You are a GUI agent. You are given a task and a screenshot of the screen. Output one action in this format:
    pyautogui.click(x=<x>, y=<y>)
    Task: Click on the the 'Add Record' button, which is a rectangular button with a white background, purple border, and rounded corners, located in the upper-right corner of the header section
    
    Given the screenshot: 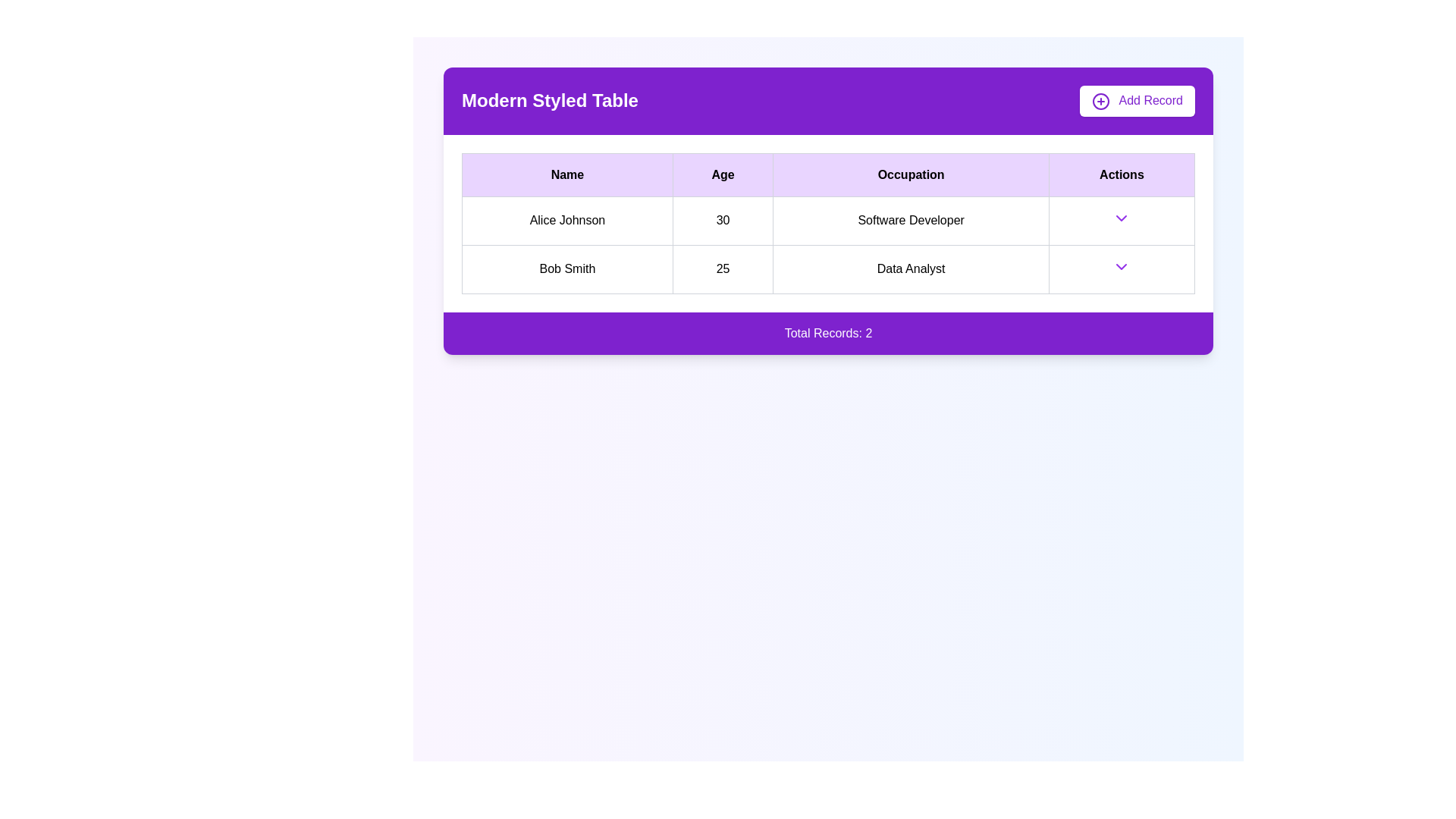 What is the action you would take?
    pyautogui.click(x=1137, y=101)
    